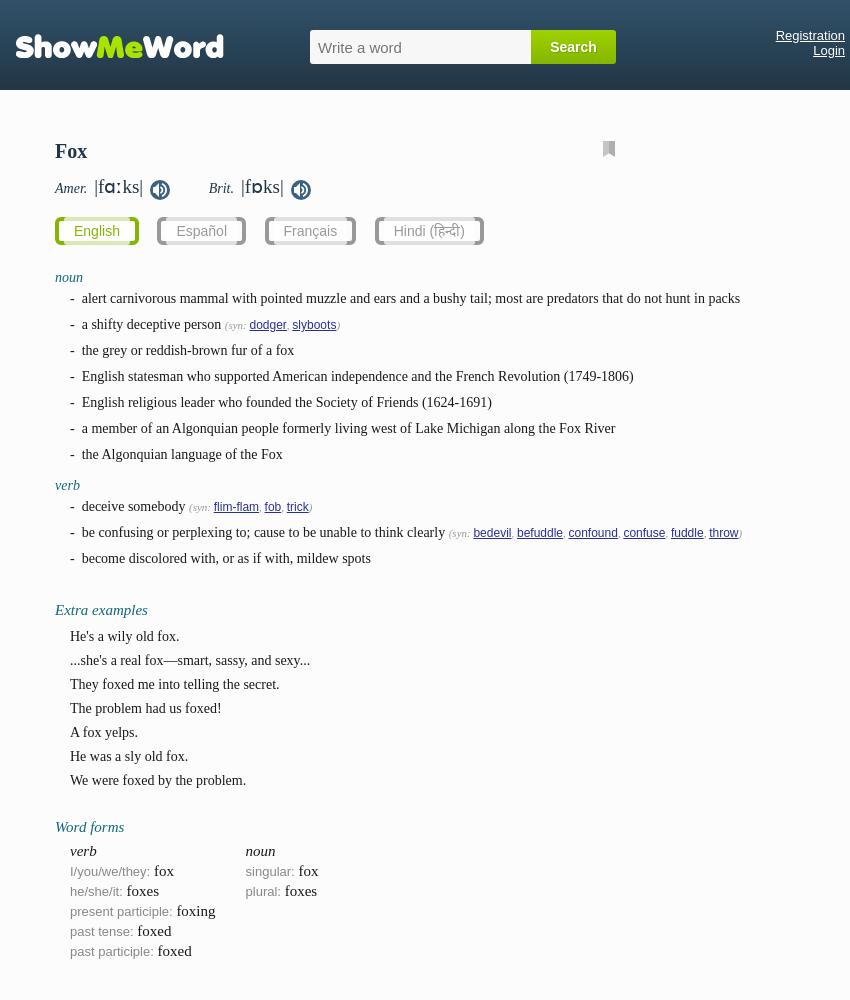  Describe the element at coordinates (260, 186) in the screenshot. I see `'|fɒks|'` at that location.